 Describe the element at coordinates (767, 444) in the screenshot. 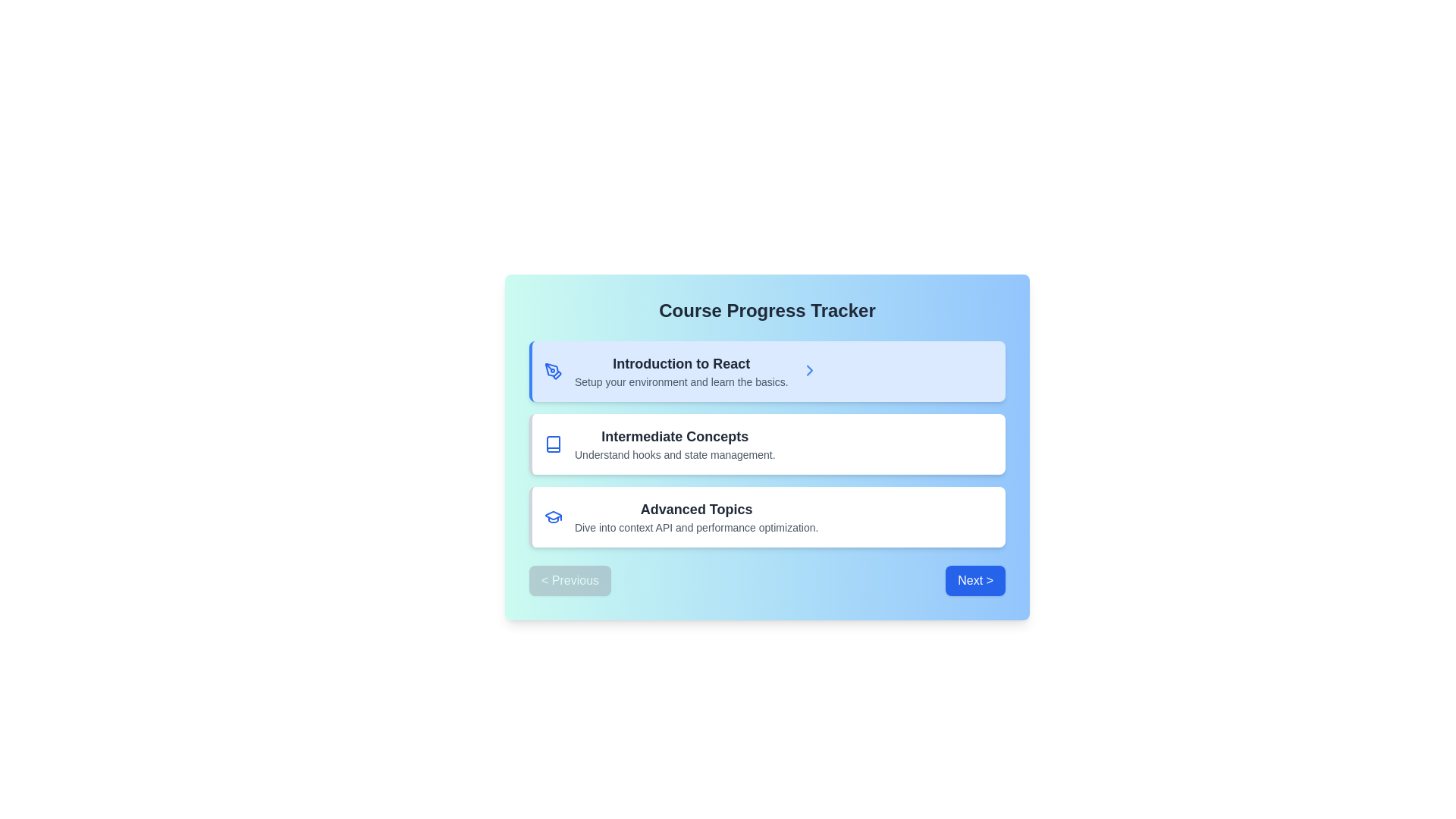

I see `the second content module in the course progress tracker` at that location.